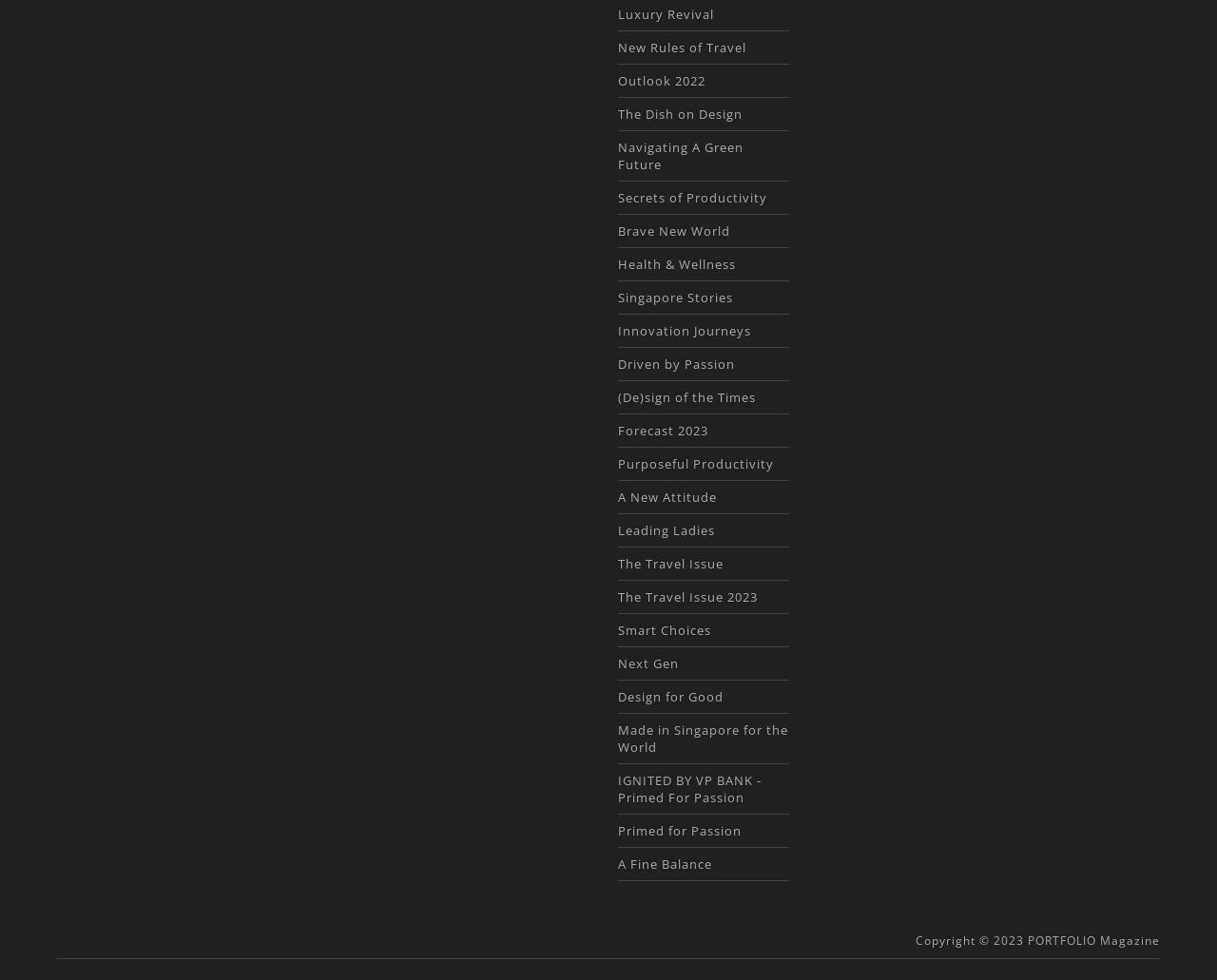 This screenshot has width=1217, height=980. What do you see at coordinates (694, 463) in the screenshot?
I see `'Purposeful Productivity'` at bounding box center [694, 463].